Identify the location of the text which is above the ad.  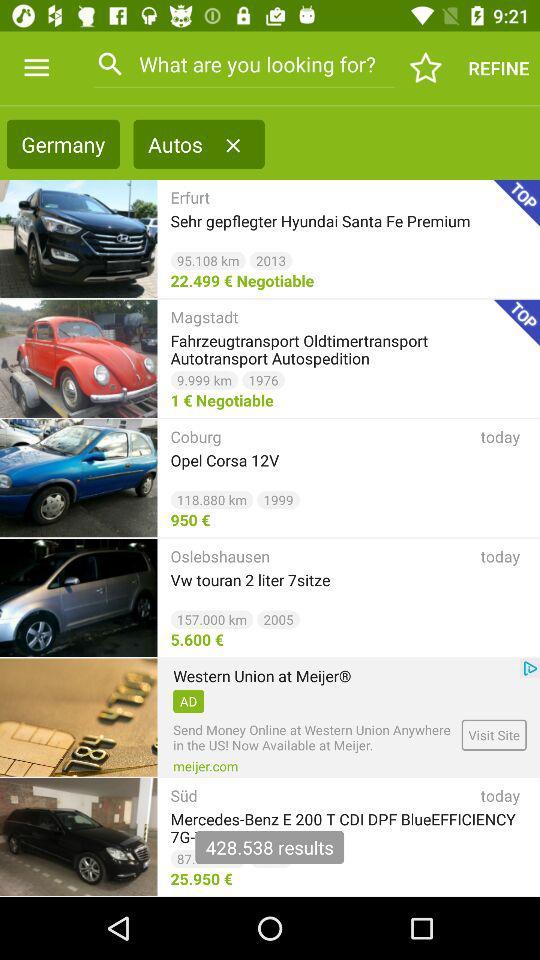
(262, 676).